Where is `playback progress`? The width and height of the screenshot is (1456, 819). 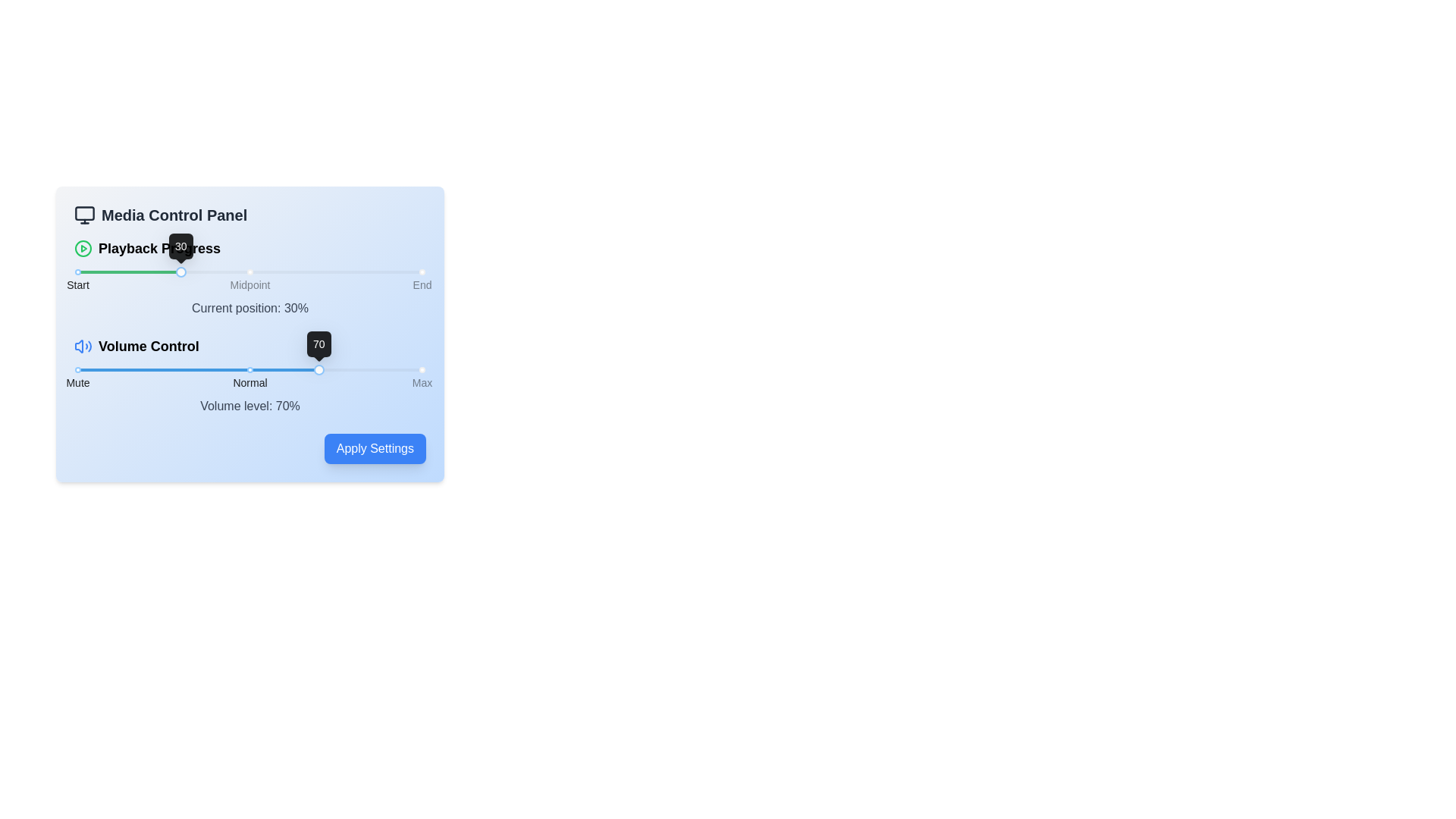
playback progress is located at coordinates (308, 271).